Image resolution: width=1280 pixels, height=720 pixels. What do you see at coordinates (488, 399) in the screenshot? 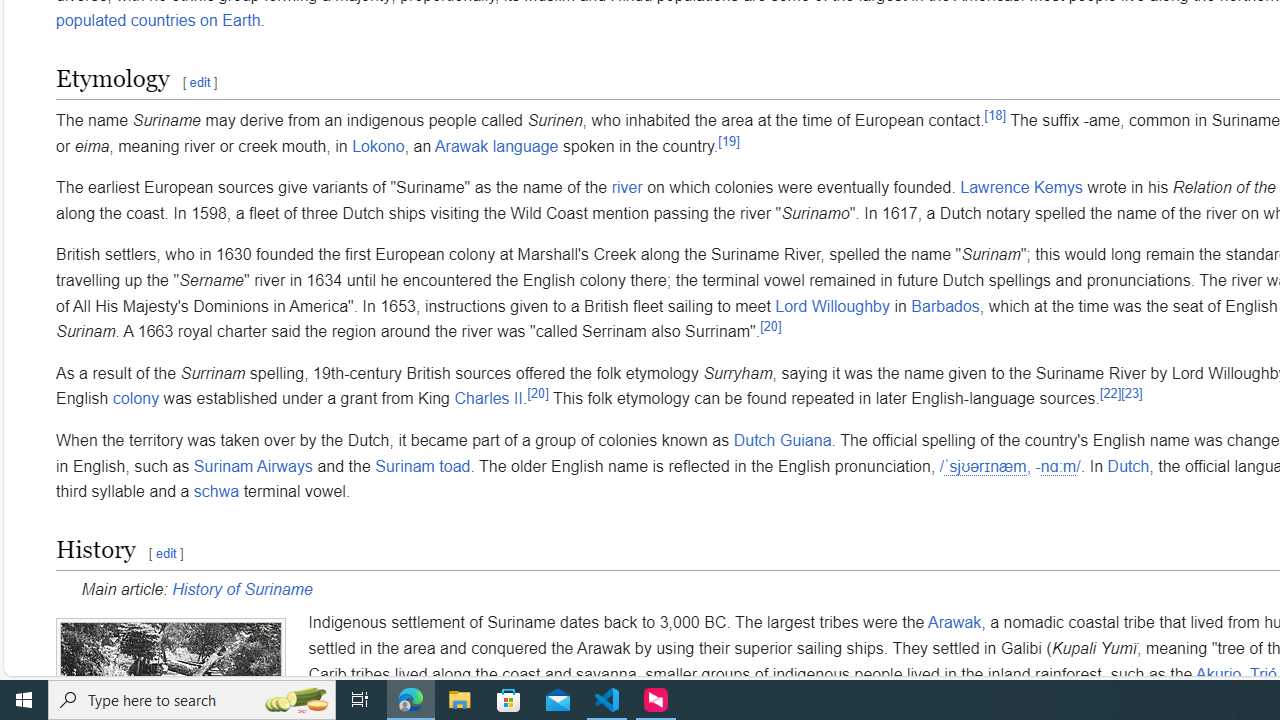
I see `'Charles II'` at bounding box center [488, 399].